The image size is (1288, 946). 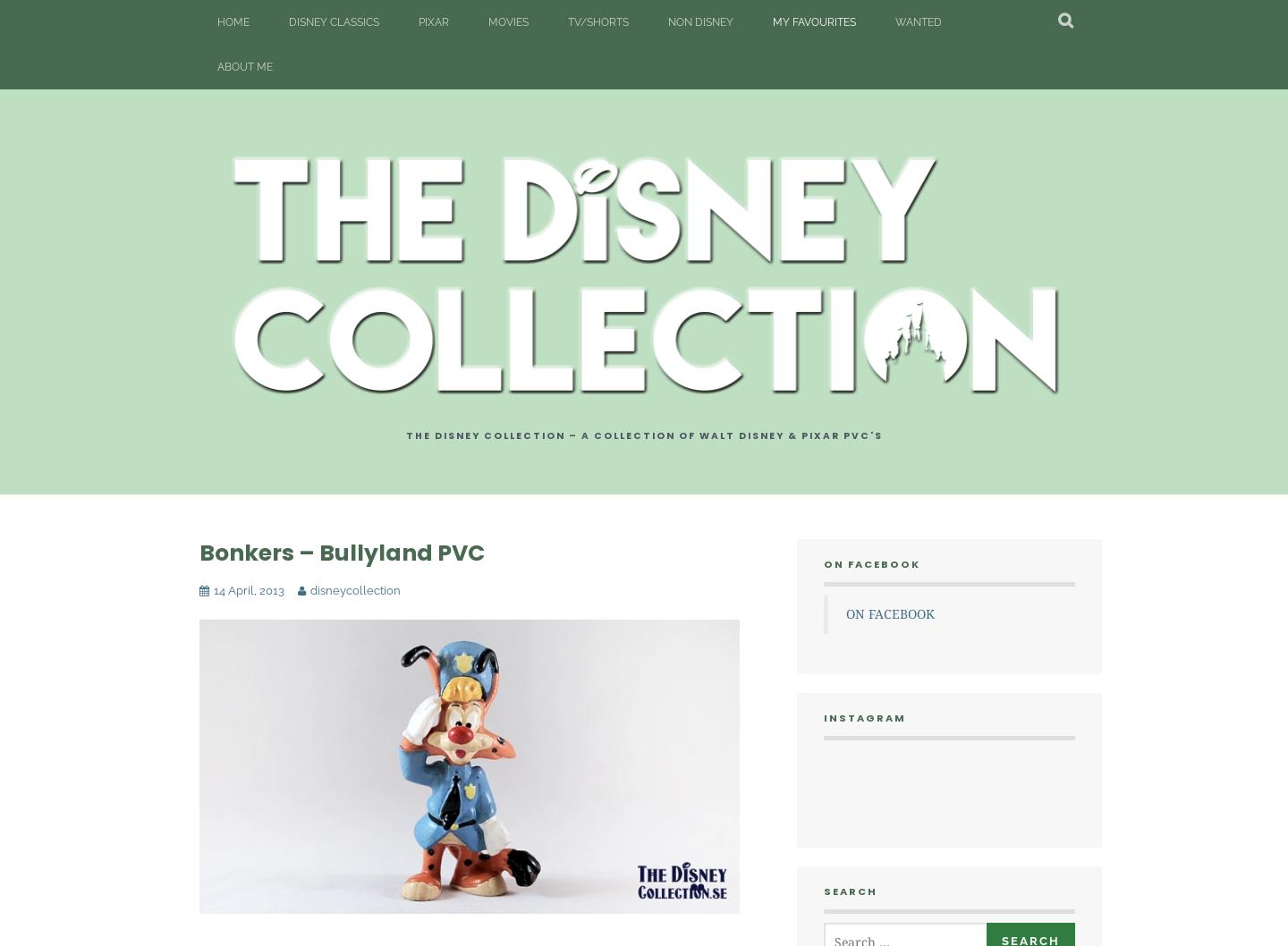 What do you see at coordinates (333, 21) in the screenshot?
I see `'Disney Classics'` at bounding box center [333, 21].